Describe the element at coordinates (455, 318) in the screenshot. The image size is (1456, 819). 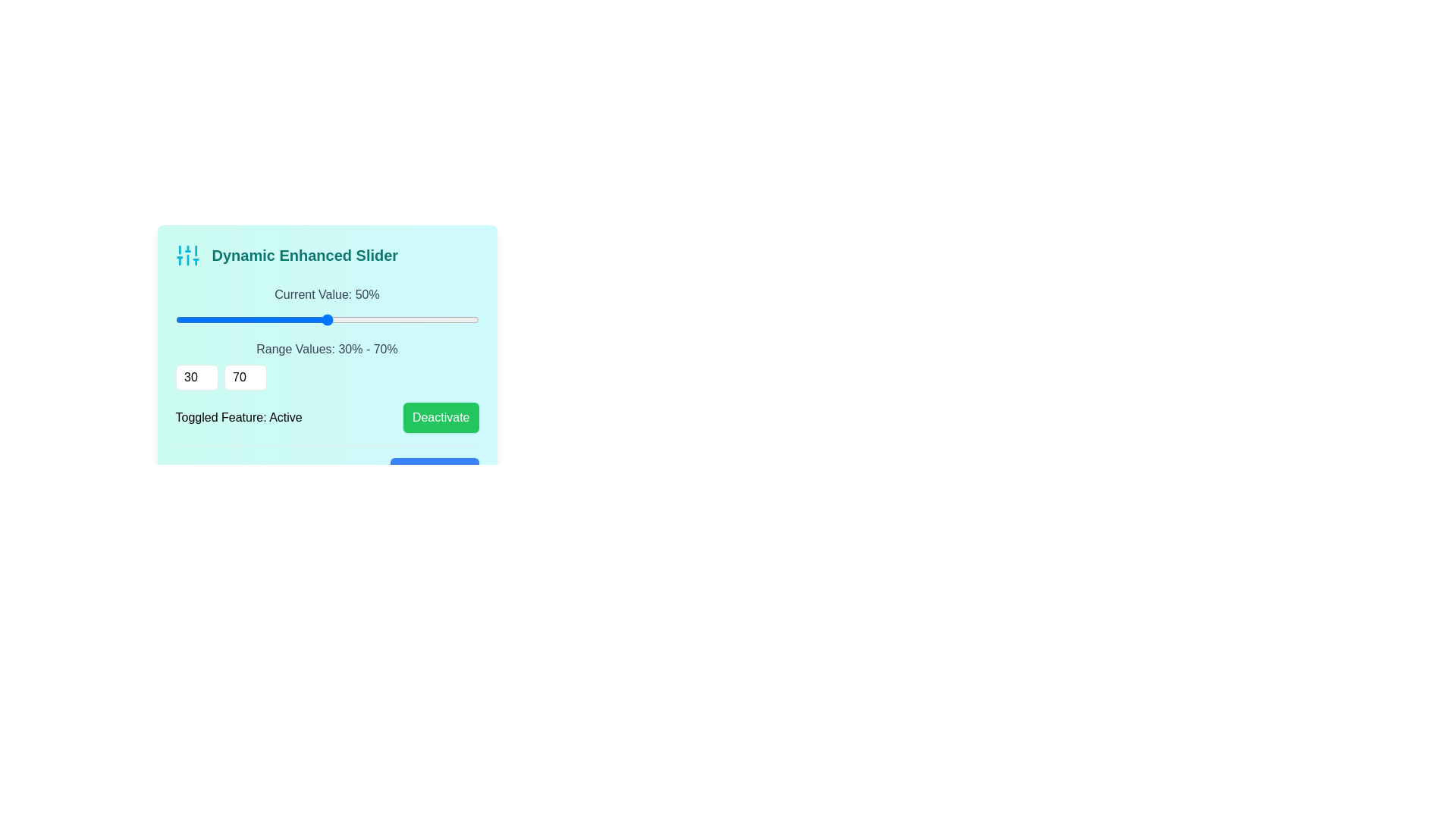
I see `the slider` at that location.